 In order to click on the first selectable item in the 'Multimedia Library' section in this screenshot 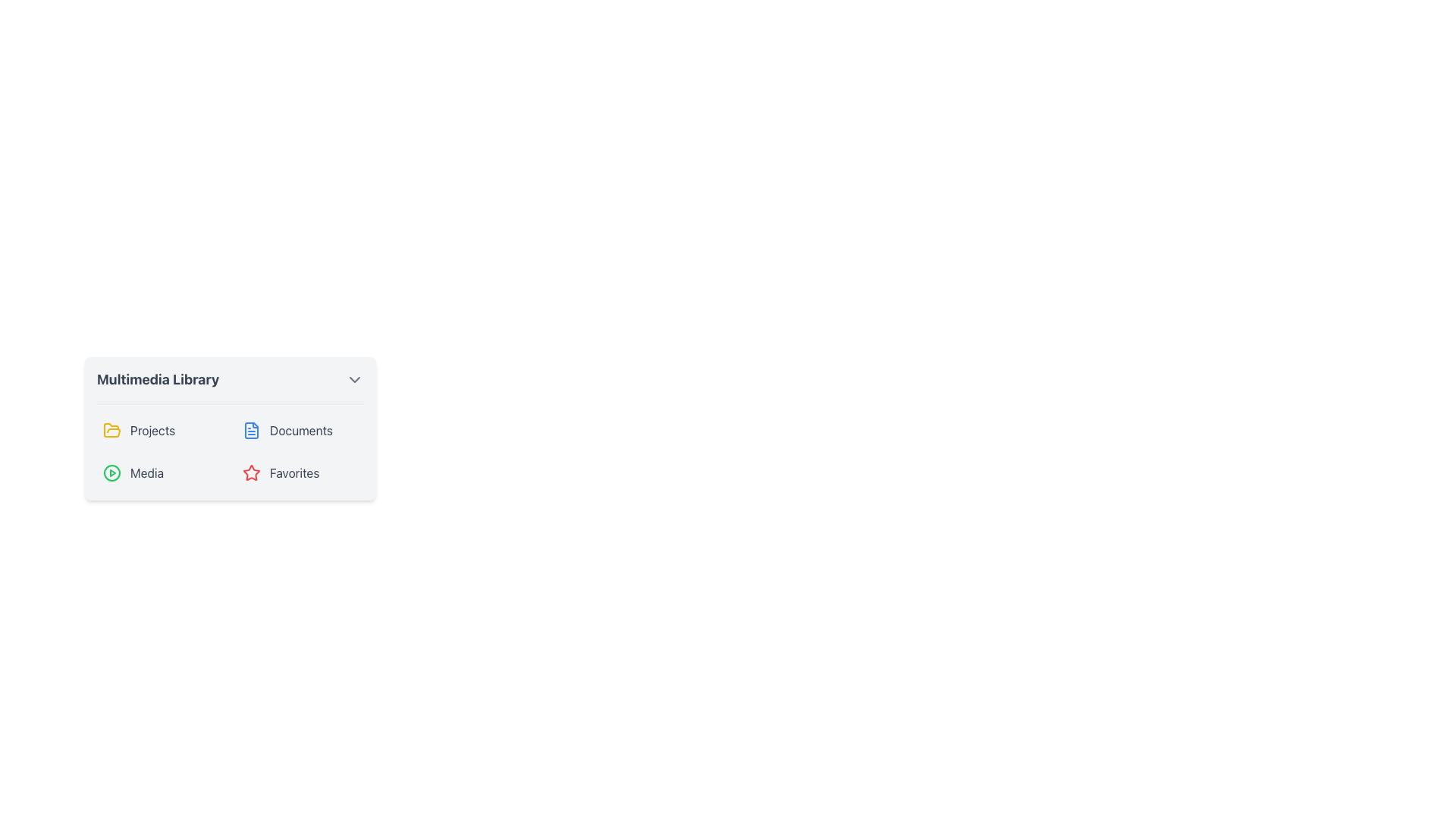, I will do `click(160, 430)`.